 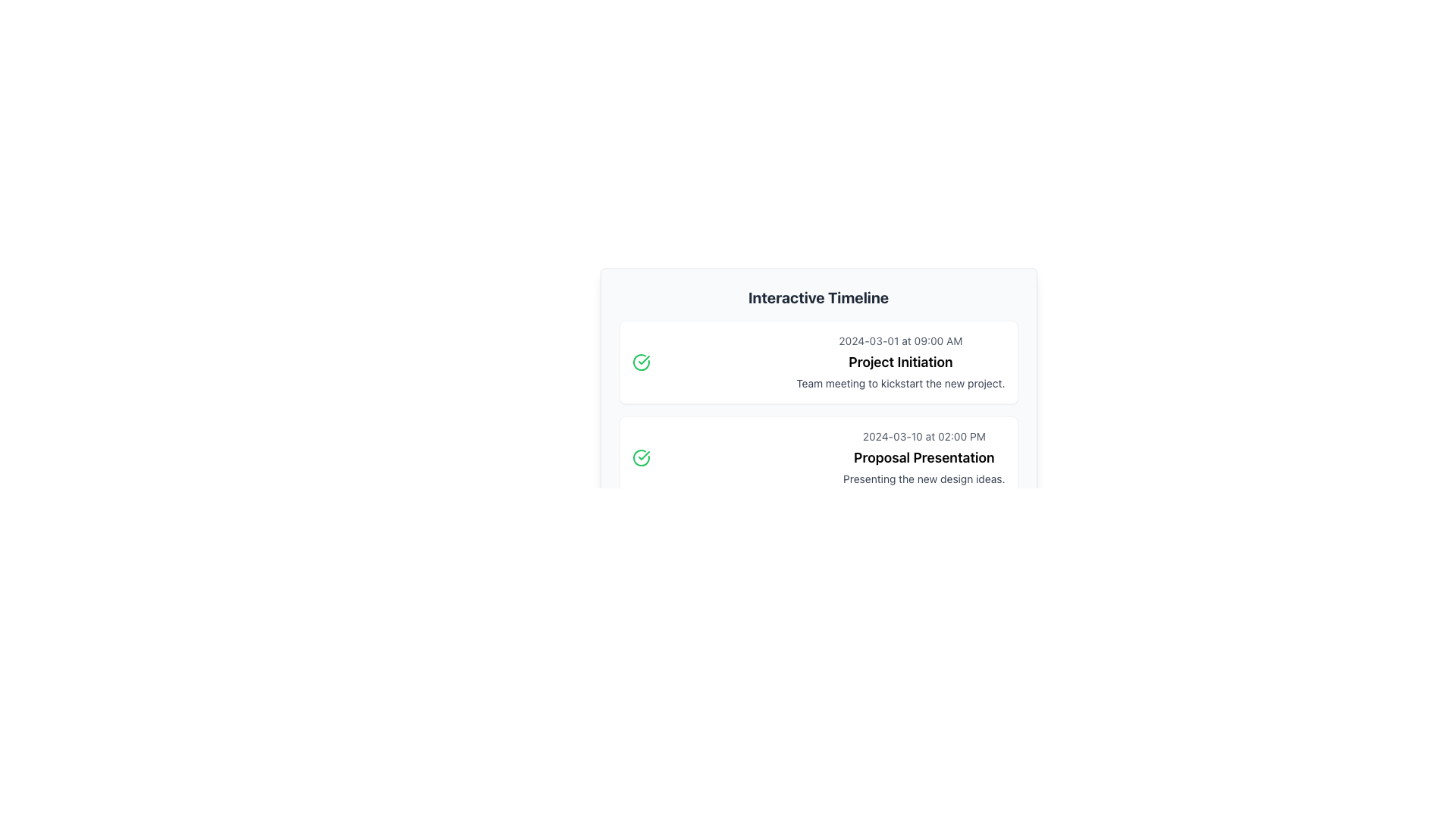 What do you see at coordinates (900, 341) in the screenshot?
I see `date and time information from the text label located at the top section of the timeline interface, above 'Project Initiation'` at bounding box center [900, 341].